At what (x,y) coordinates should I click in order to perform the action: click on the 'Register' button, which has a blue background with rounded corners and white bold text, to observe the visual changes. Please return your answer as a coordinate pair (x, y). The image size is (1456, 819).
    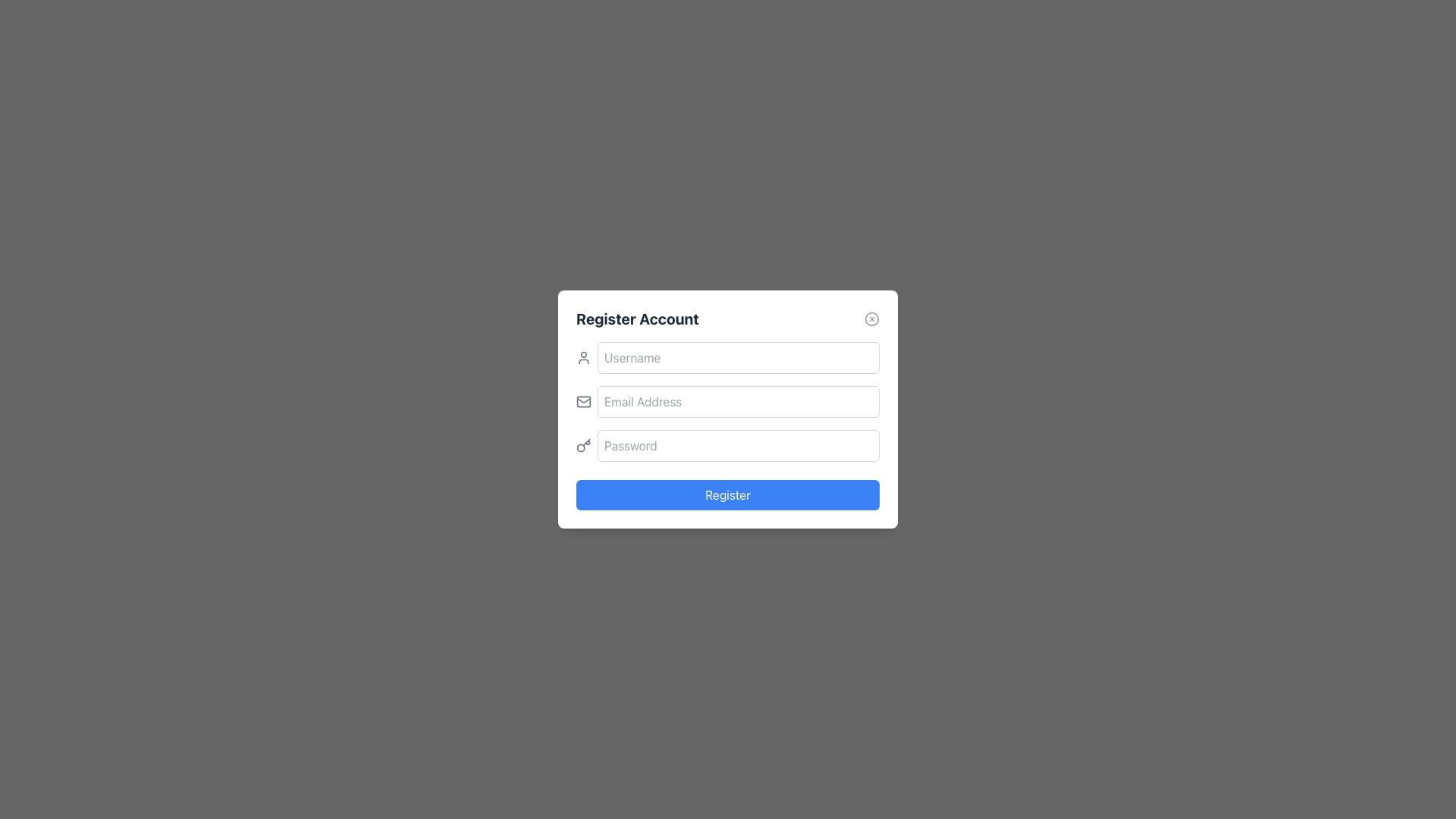
    Looking at the image, I should click on (728, 494).